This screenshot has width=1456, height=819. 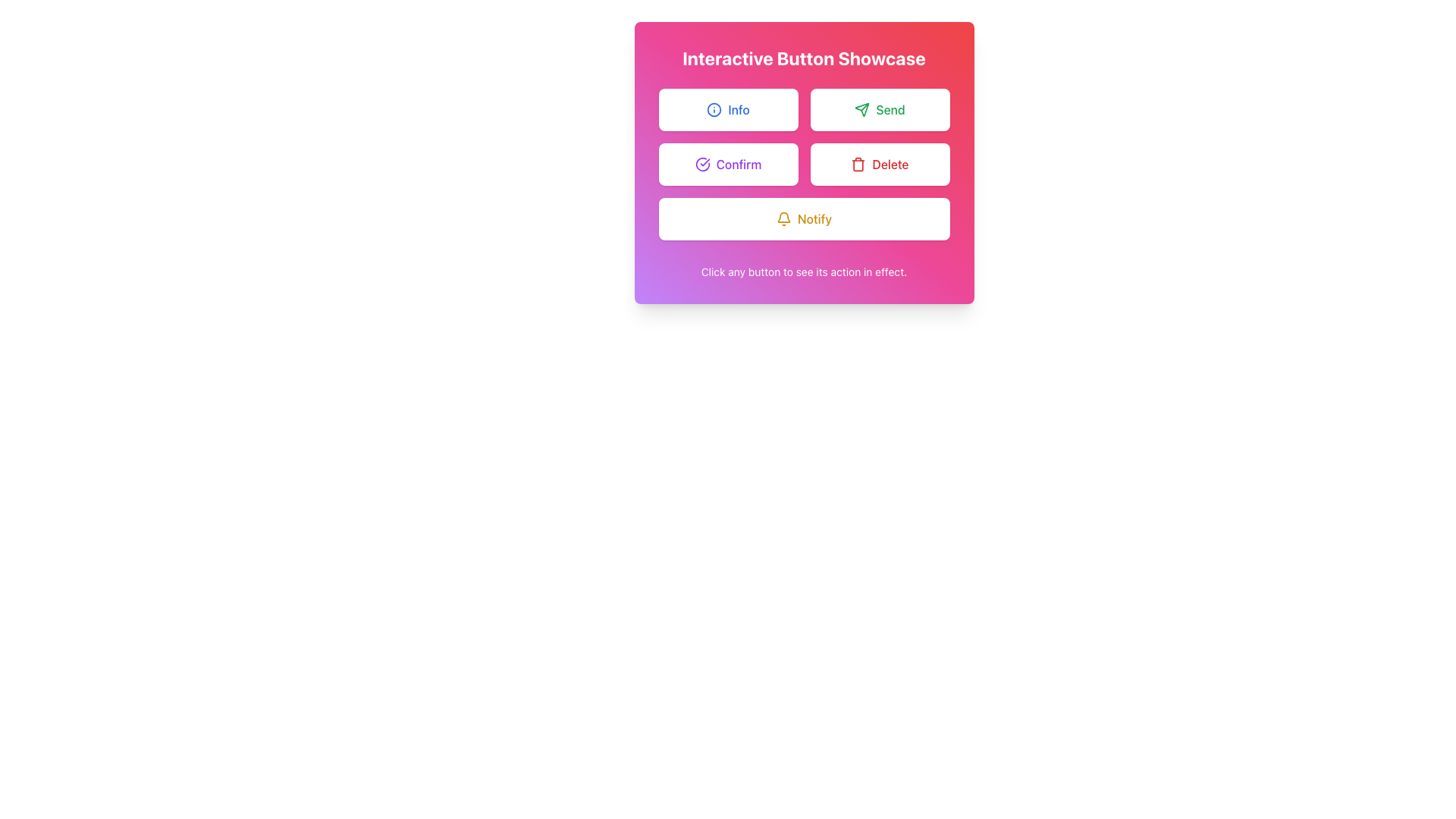 I want to click on the bell-shaped icon with a golden outline, which symbolizes notifications, located to the left of the 'Notify' text within the button in the bottom-center of the interactive button grid, so click(x=783, y=219).